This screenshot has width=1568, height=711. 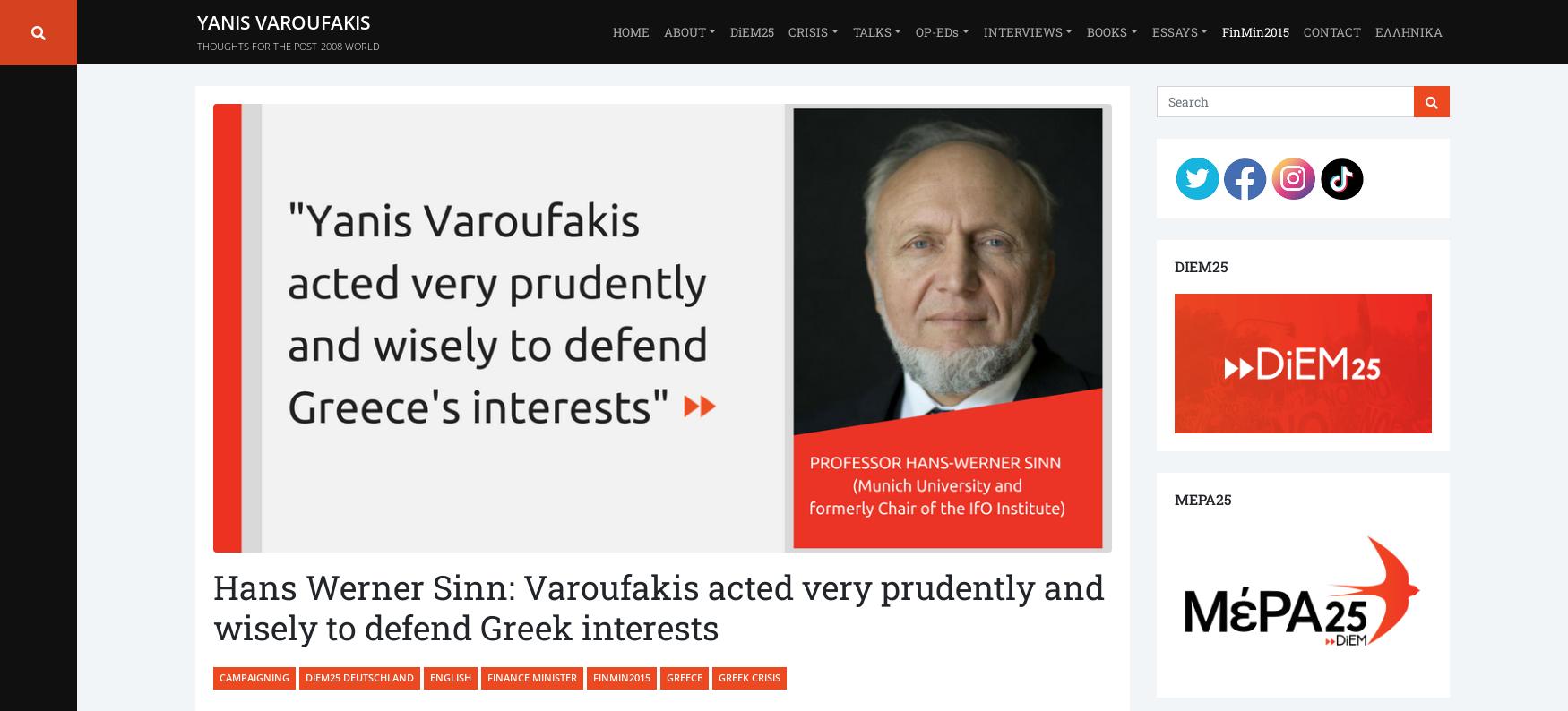 I want to click on 'ΜΕΡΑ25', so click(x=1202, y=497).